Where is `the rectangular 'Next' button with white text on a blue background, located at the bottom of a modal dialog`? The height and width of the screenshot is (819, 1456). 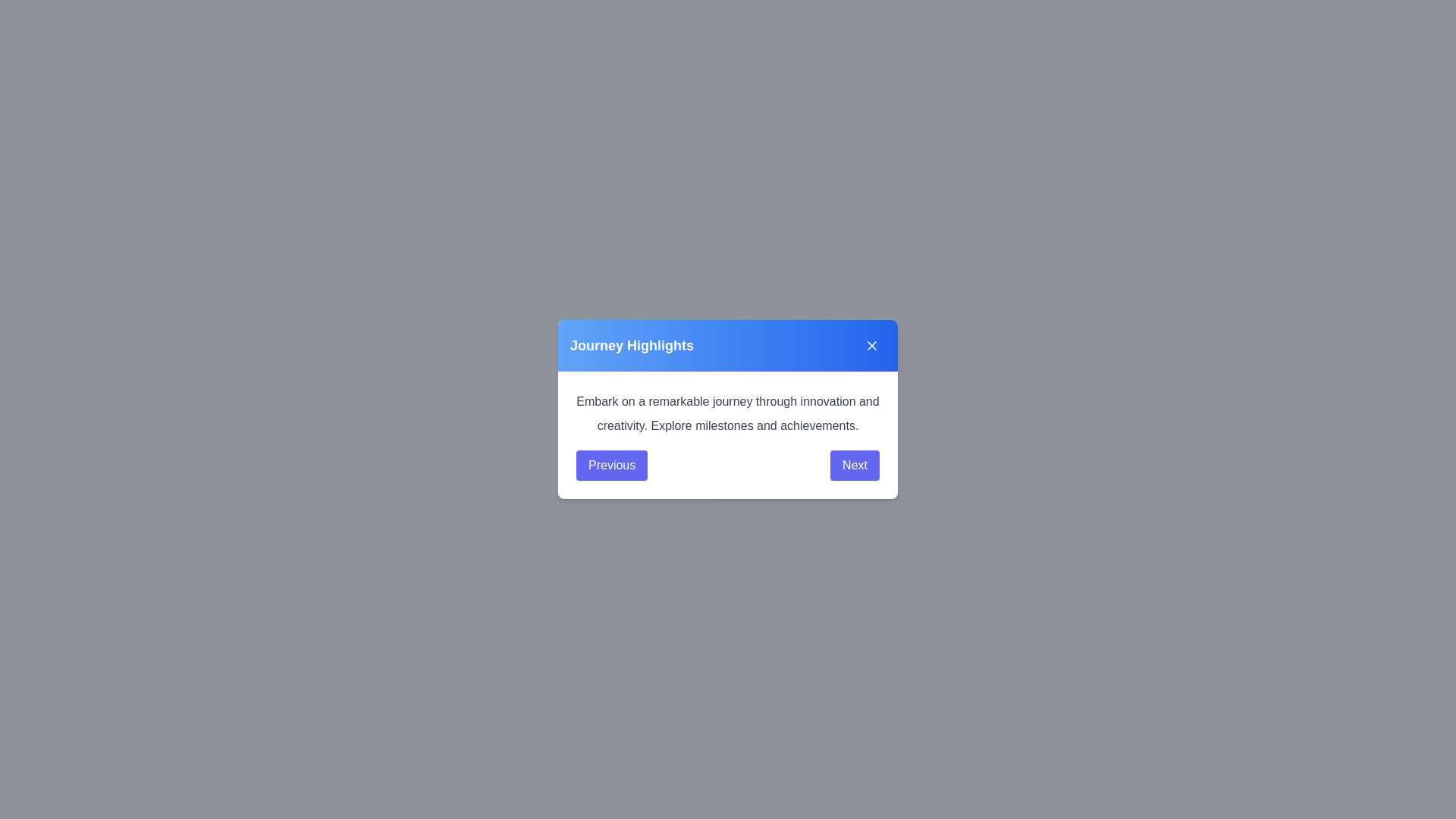 the rectangular 'Next' button with white text on a blue background, located at the bottom of a modal dialog is located at coordinates (855, 464).